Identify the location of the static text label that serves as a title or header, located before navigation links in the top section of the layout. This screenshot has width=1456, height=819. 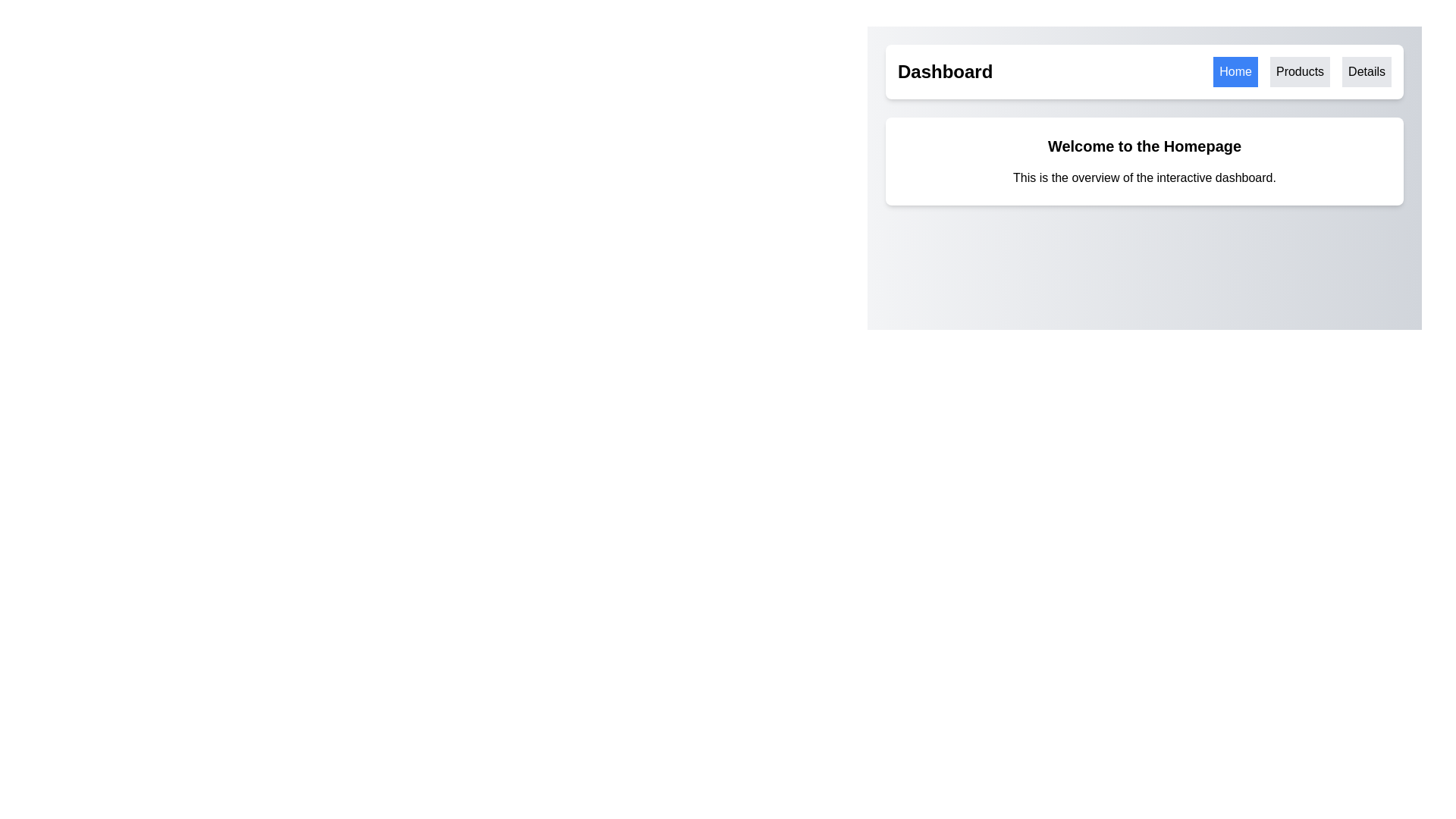
(944, 72).